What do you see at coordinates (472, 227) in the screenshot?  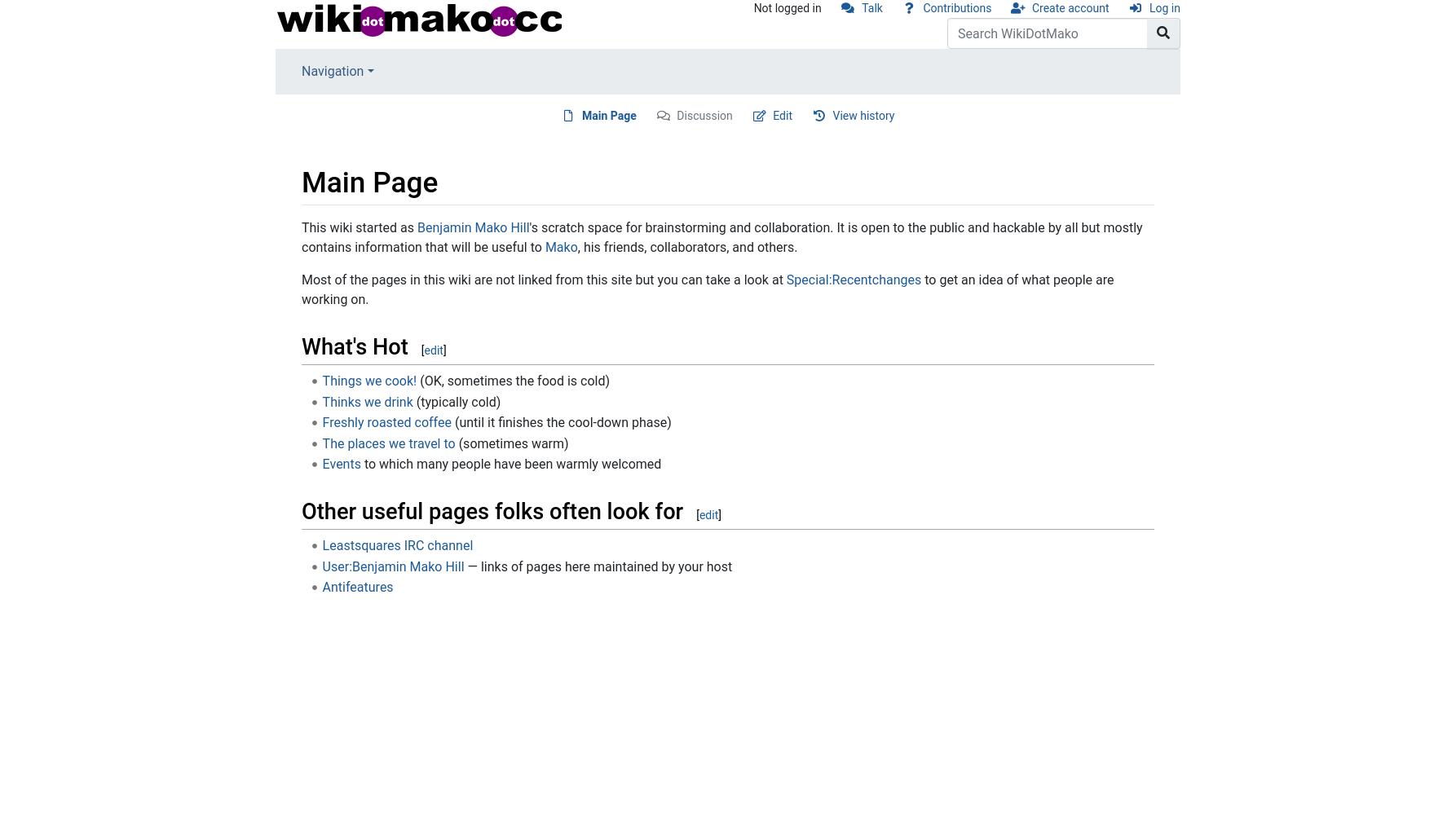 I see `'Benjamin Mako Hill'` at bounding box center [472, 227].